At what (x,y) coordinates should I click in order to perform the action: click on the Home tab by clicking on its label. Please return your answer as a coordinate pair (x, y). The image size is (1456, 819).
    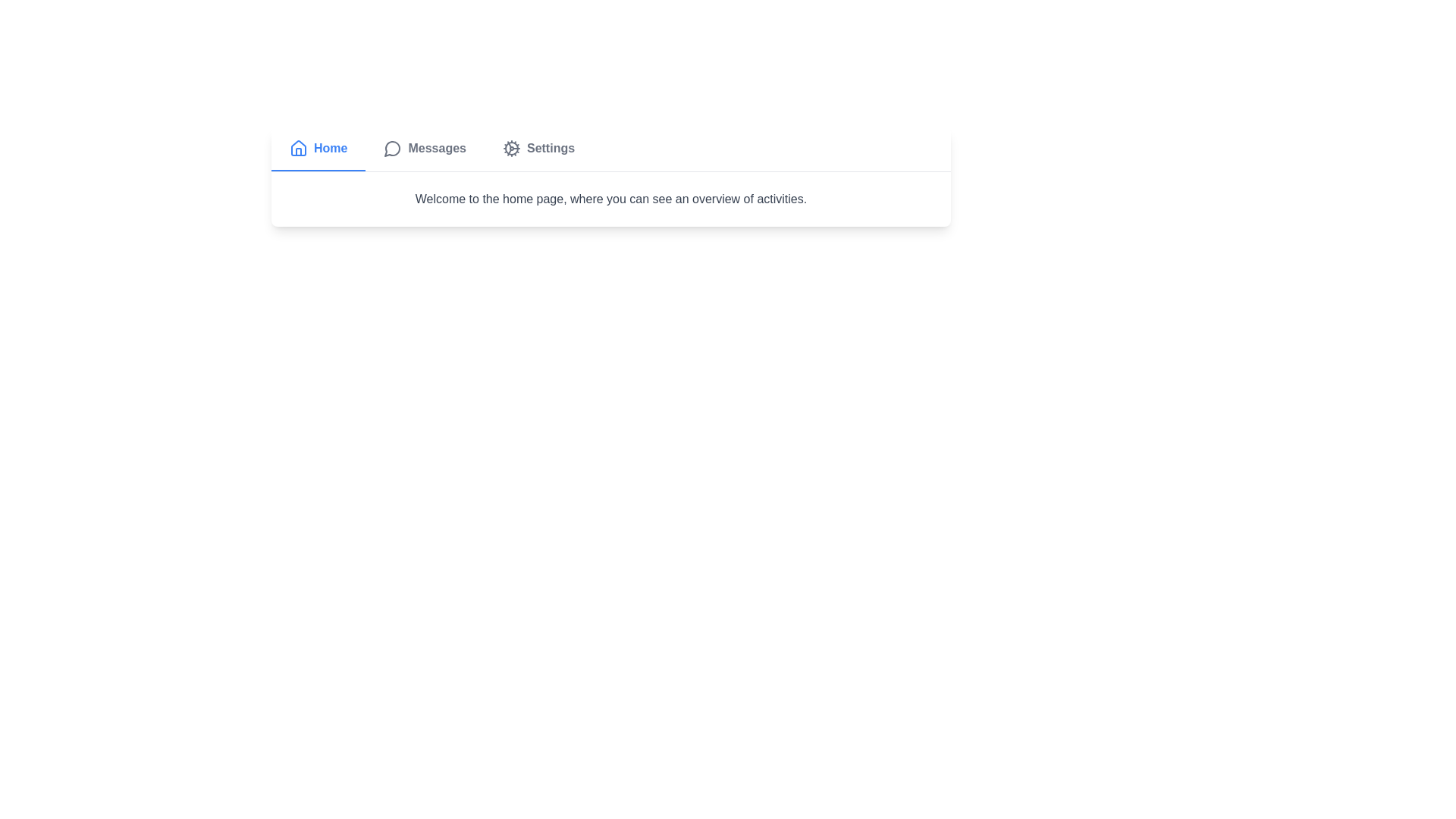
    Looking at the image, I should click on (318, 149).